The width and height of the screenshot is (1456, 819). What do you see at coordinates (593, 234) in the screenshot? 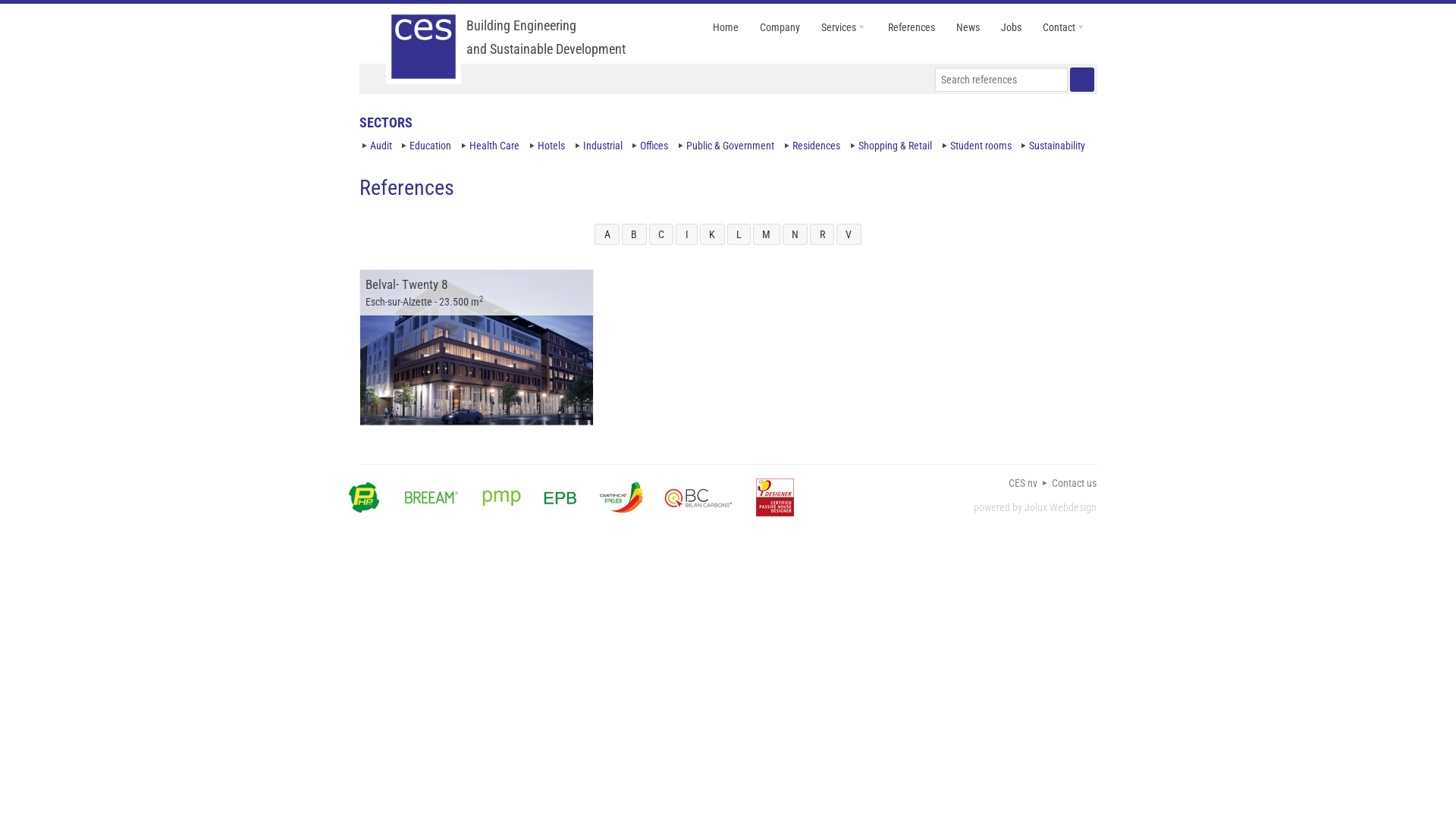
I see `'A'` at bounding box center [593, 234].